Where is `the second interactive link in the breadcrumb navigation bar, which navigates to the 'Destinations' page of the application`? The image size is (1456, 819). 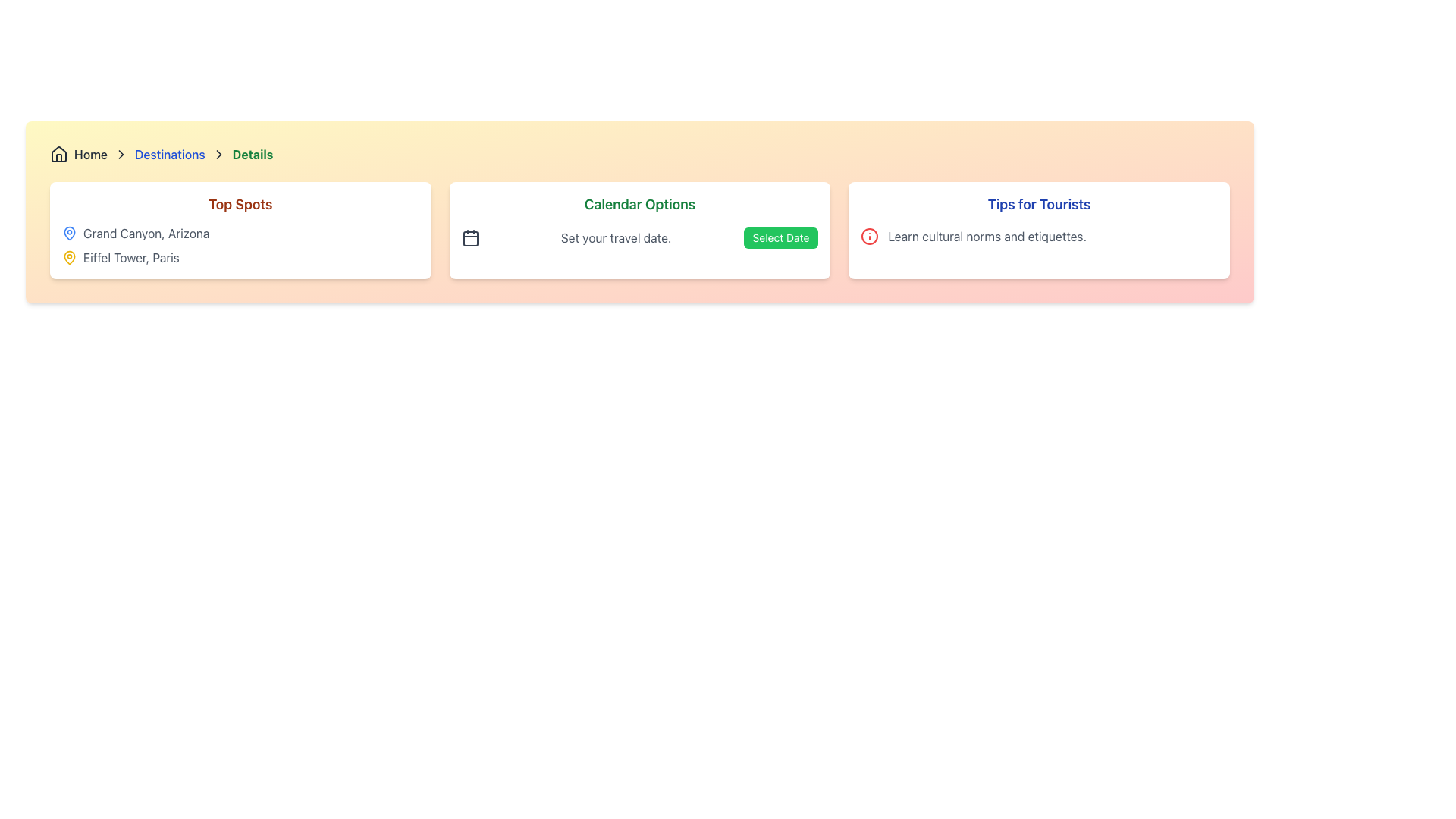
the second interactive link in the breadcrumb navigation bar, which navigates to the 'Destinations' page of the application is located at coordinates (170, 155).